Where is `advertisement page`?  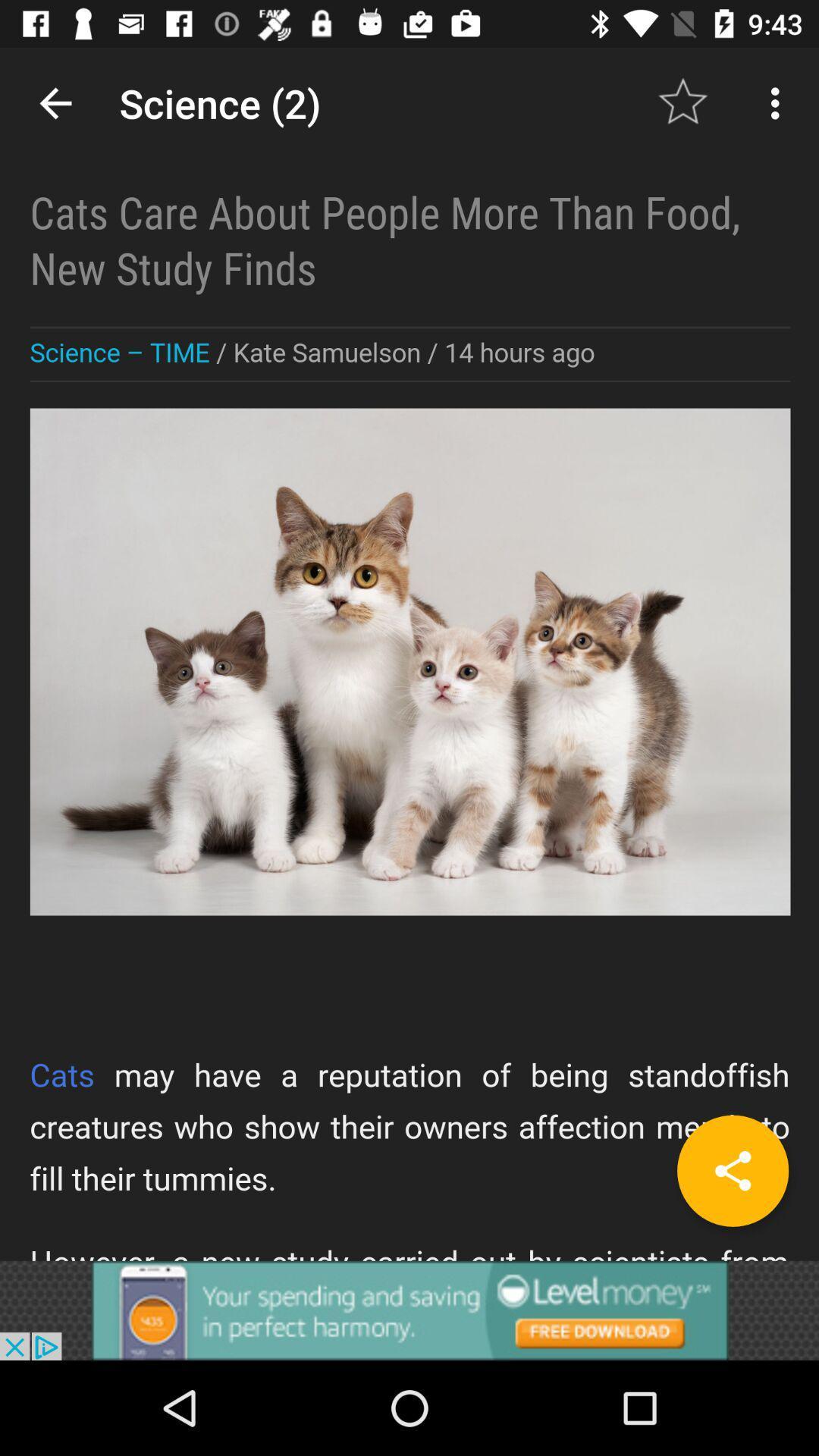 advertisement page is located at coordinates (409, 654).